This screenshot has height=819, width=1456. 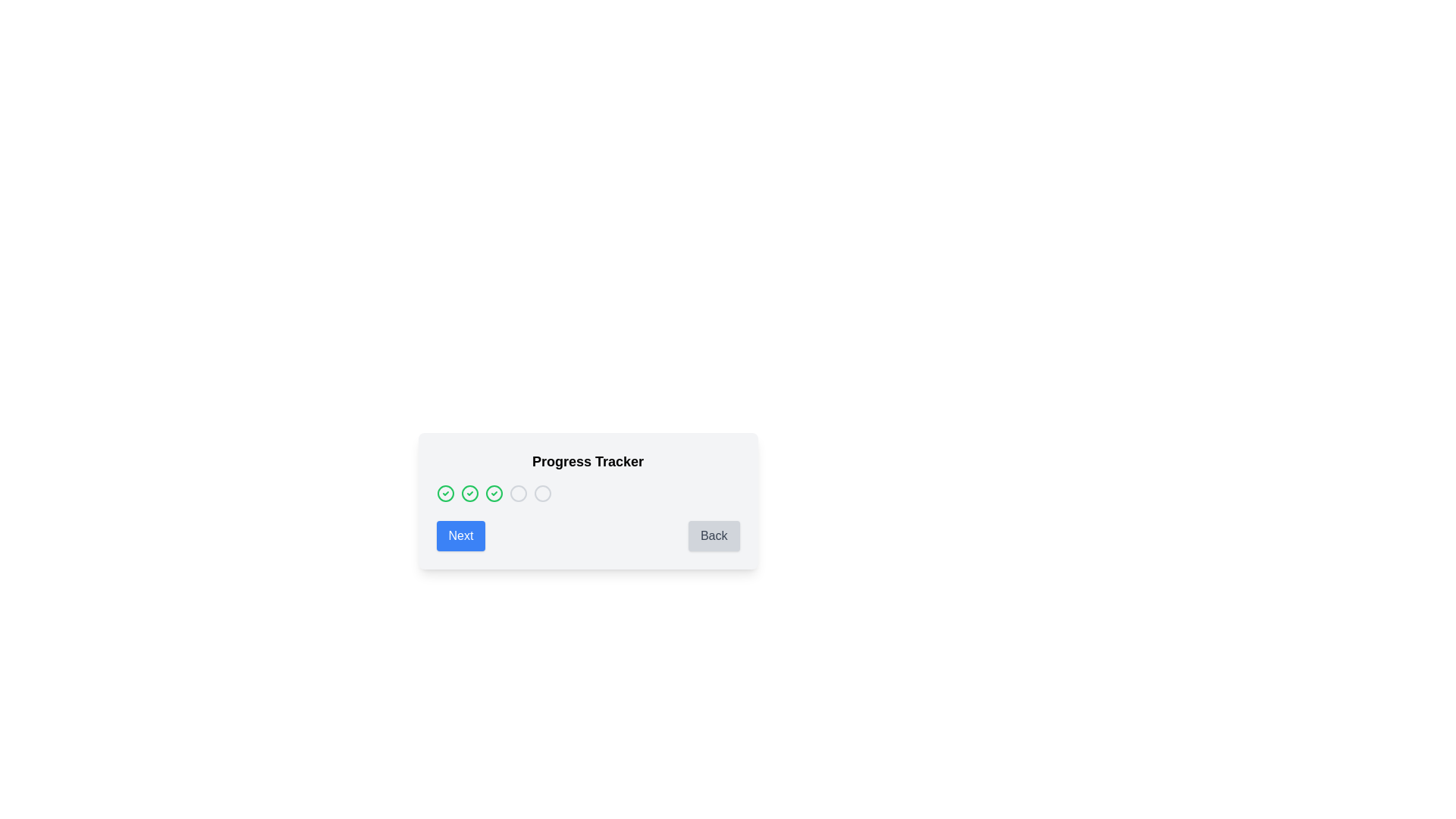 What do you see at coordinates (469, 494) in the screenshot?
I see `the second green circular outline indicator within the progress tracker, which signifies a task's completion or status` at bounding box center [469, 494].